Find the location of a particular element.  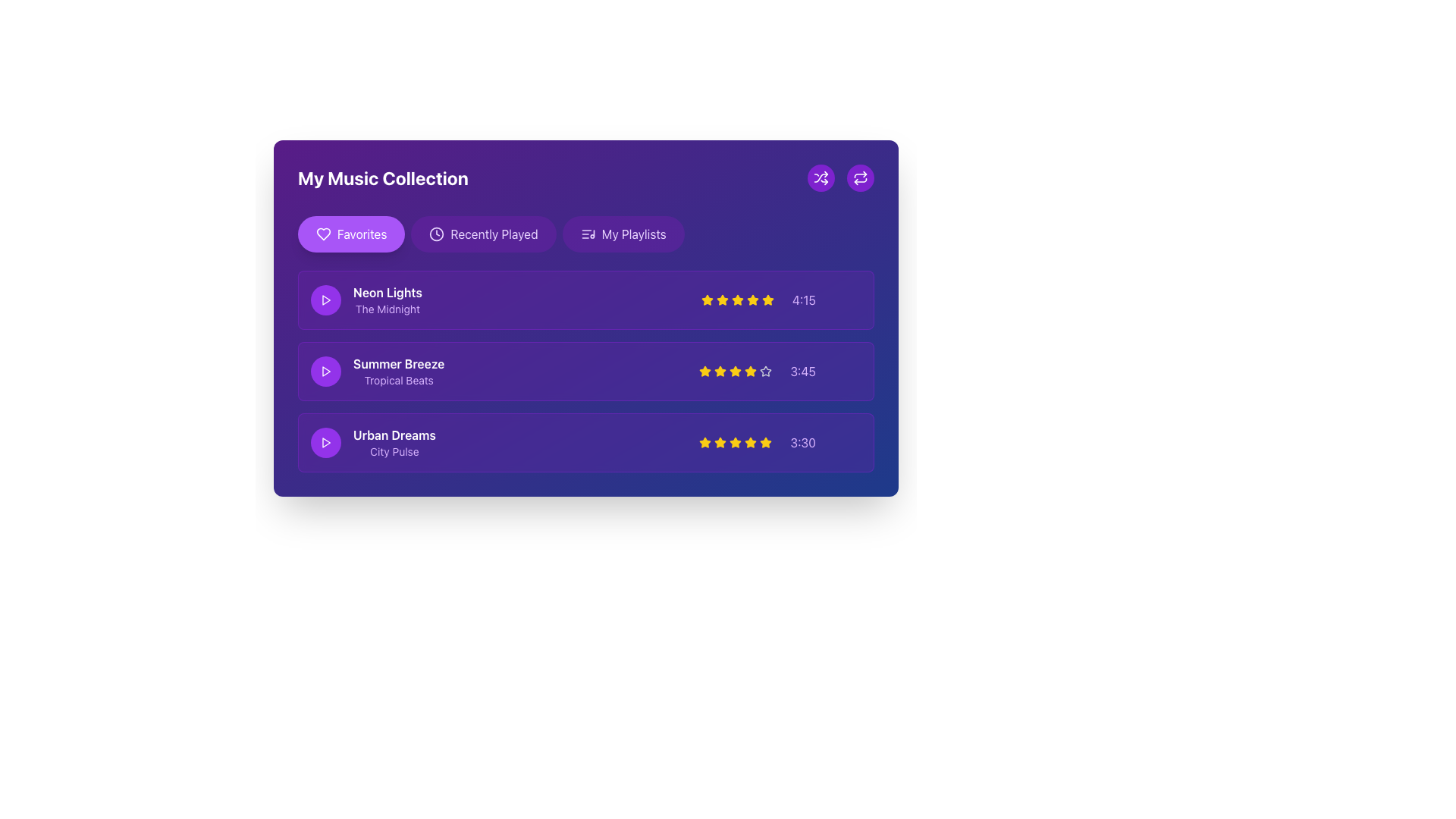

the fifth yellow star icon in the rating system to rate the track 'Summer Breeze' in 'My Music Collection' is located at coordinates (751, 371).